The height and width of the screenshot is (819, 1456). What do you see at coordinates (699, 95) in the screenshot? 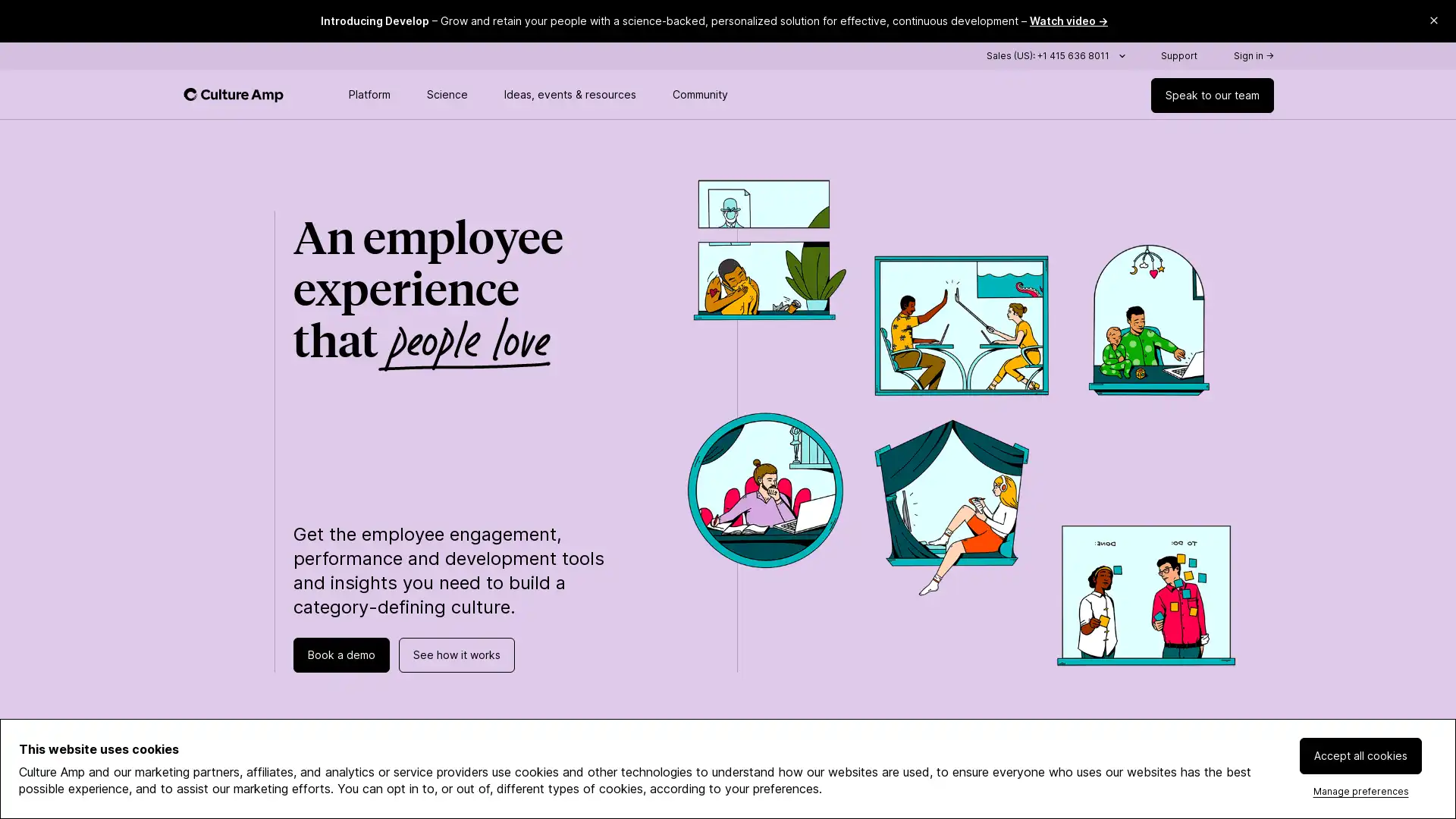
I see `Toggle community menu` at bounding box center [699, 95].